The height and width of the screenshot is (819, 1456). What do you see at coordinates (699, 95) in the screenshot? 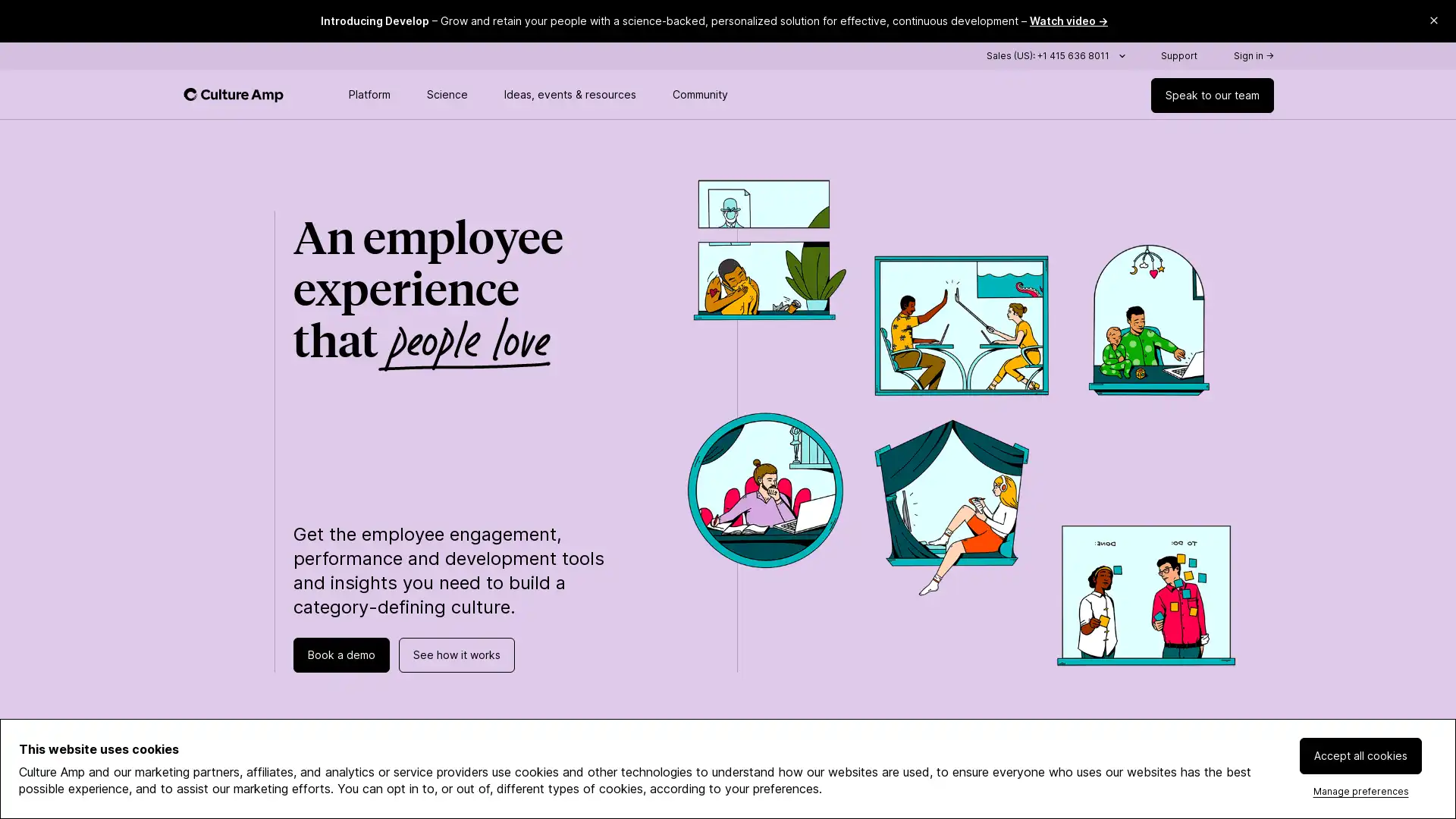
I see `Toggle community menu` at bounding box center [699, 95].